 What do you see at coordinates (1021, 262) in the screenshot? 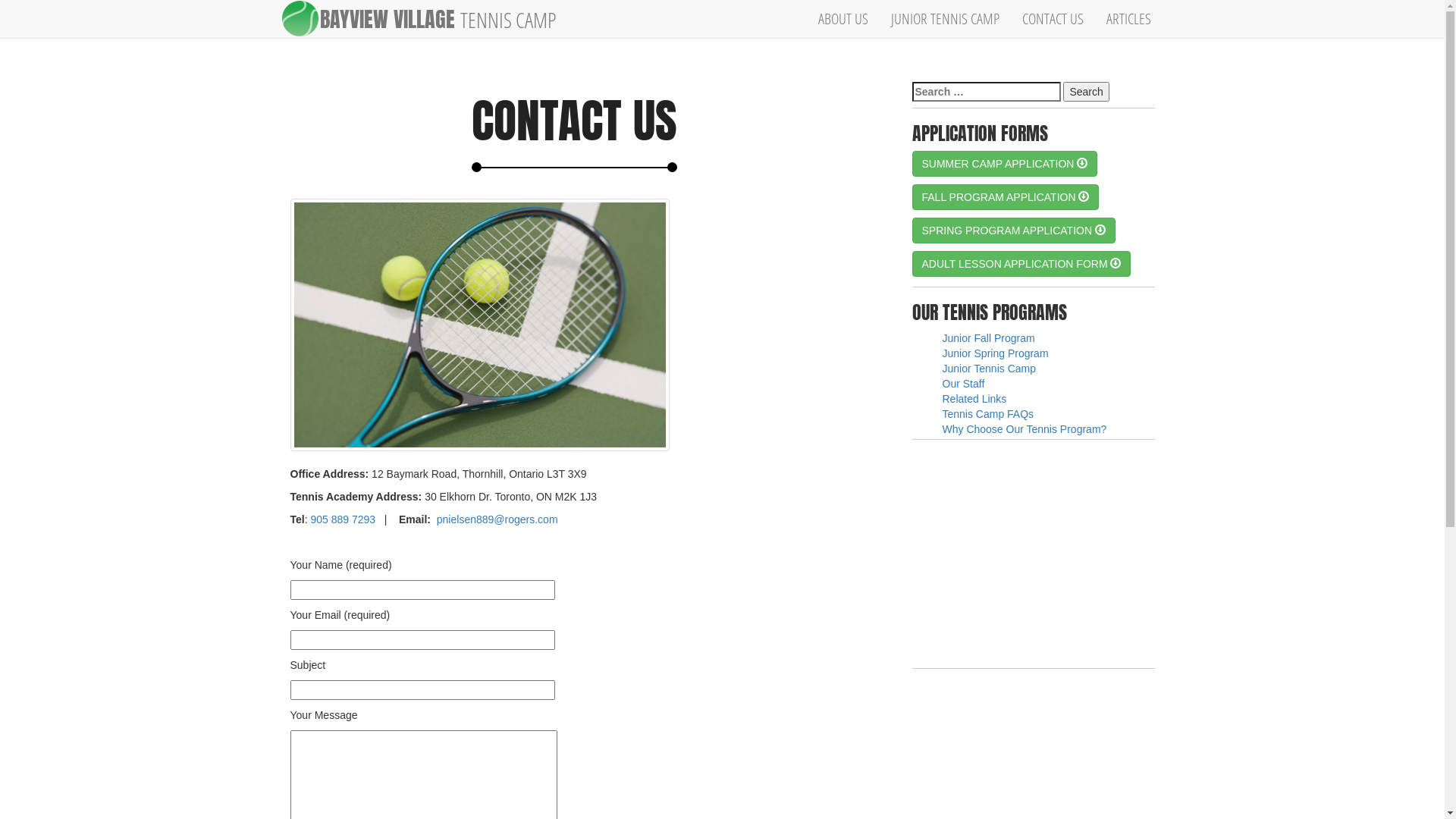
I see `'ADULT LESSON APPLICATION FORM'` at bounding box center [1021, 262].